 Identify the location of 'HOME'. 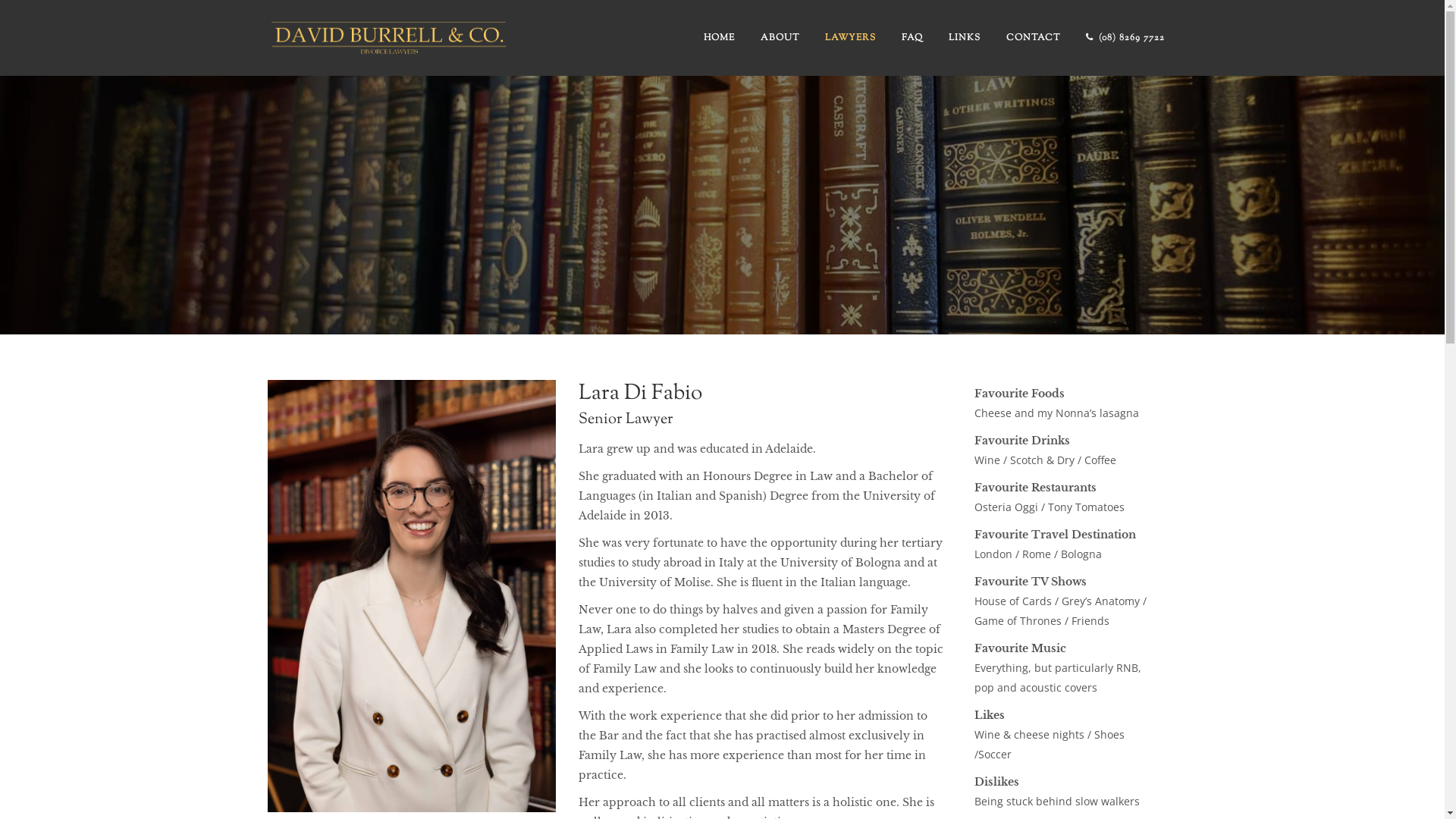
(717, 37).